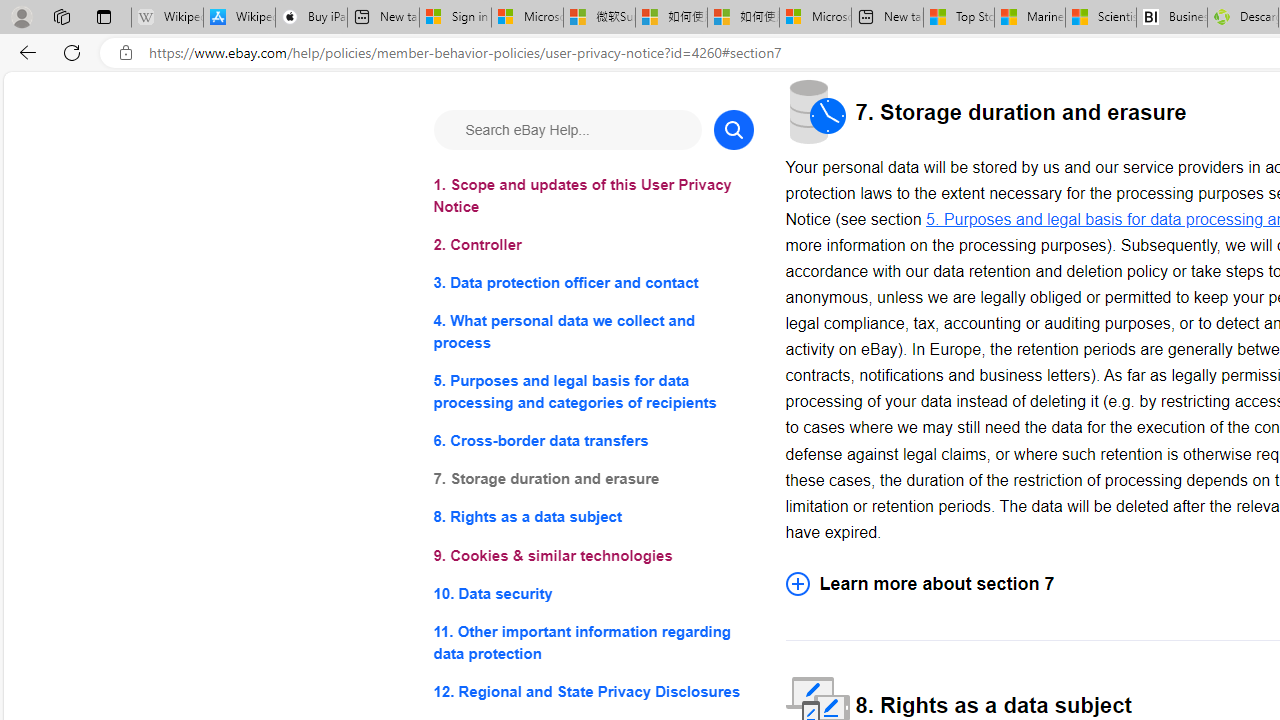 The width and height of the screenshot is (1280, 720). What do you see at coordinates (592, 690) in the screenshot?
I see `'12. Regional and State Privacy Disclosures'` at bounding box center [592, 690].